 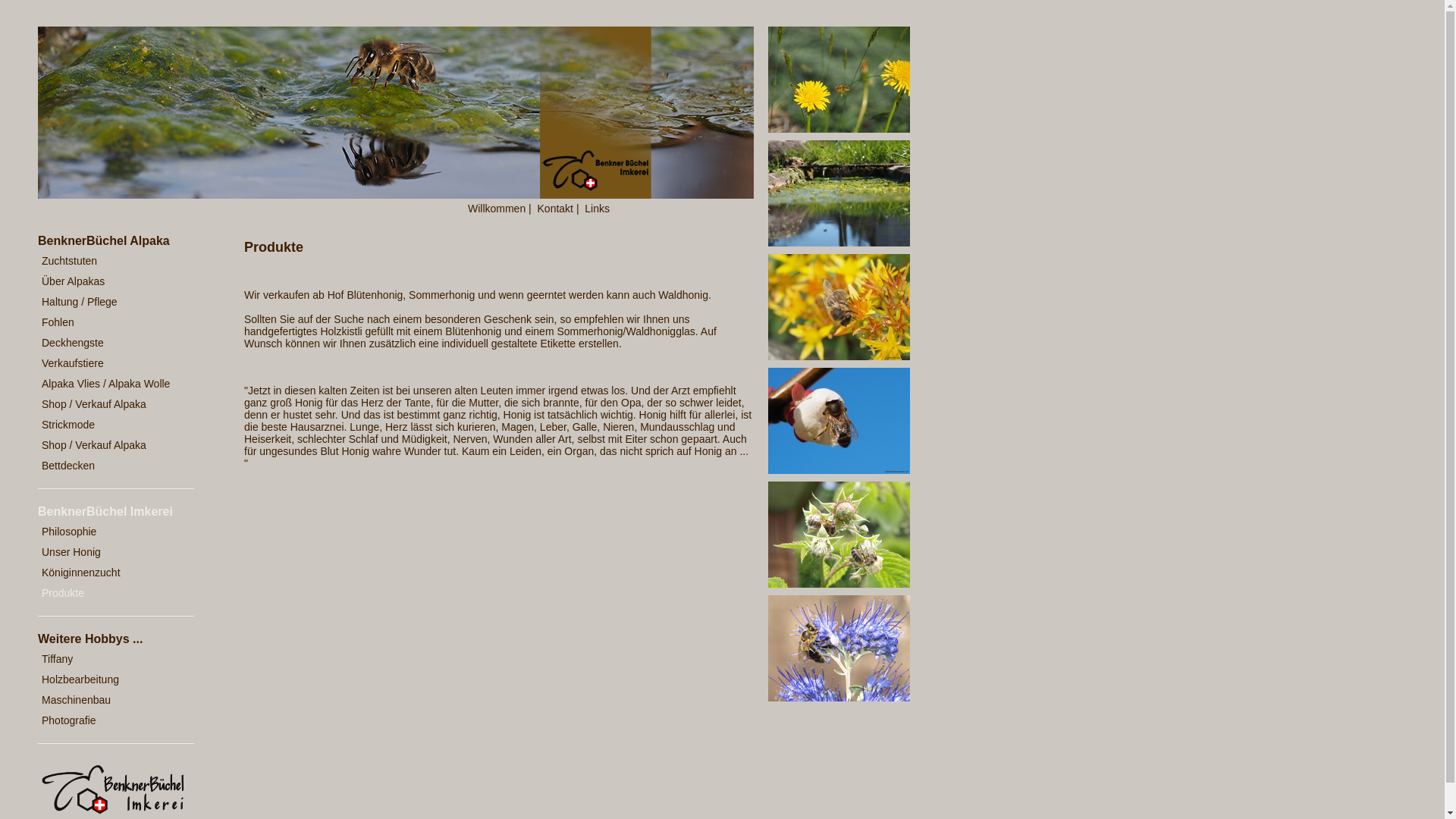 I want to click on 'Unser Honig', so click(x=108, y=552).